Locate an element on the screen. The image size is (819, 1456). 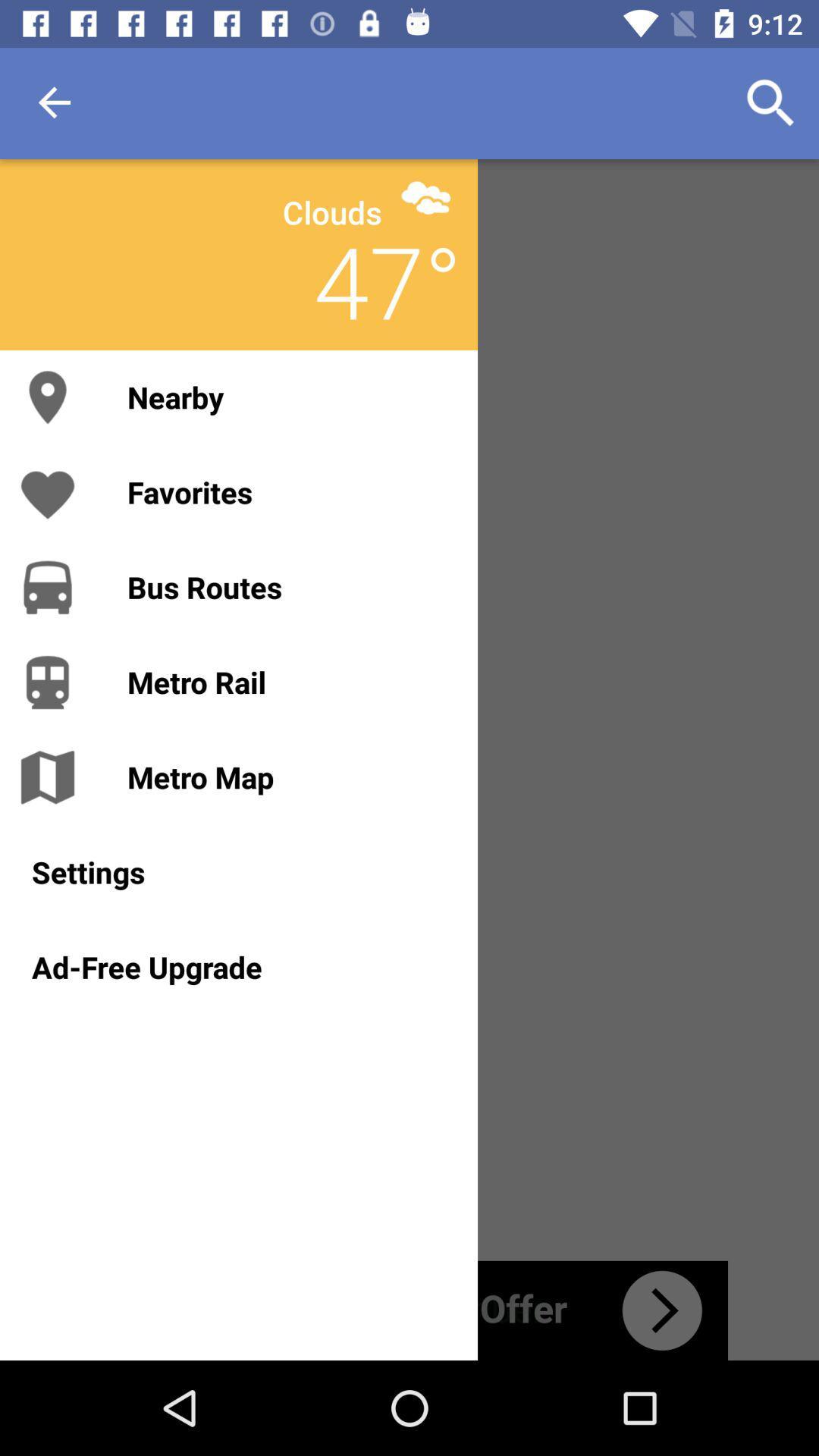
the favorites icon is located at coordinates (287, 492).